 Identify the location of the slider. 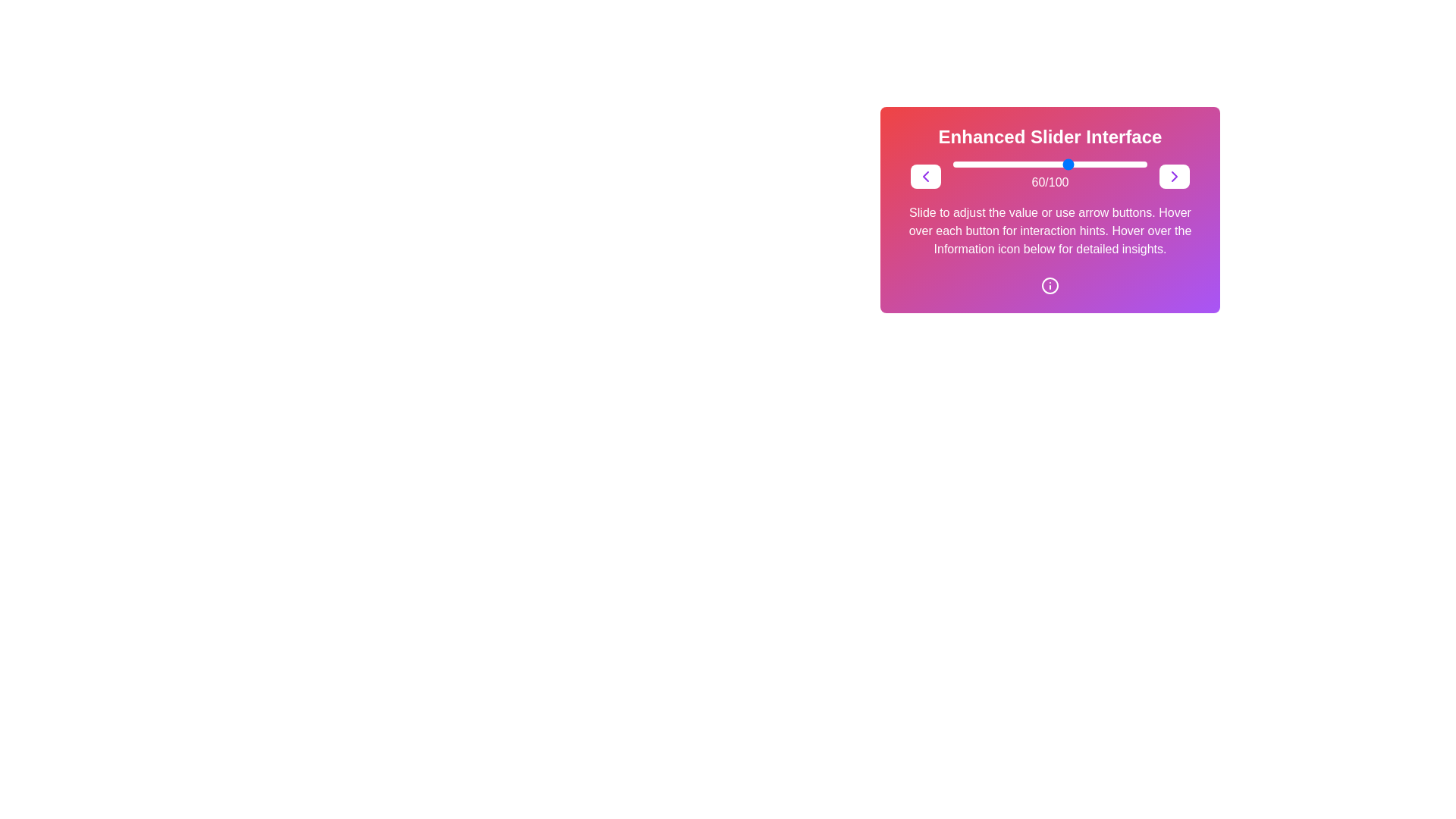
(1143, 164).